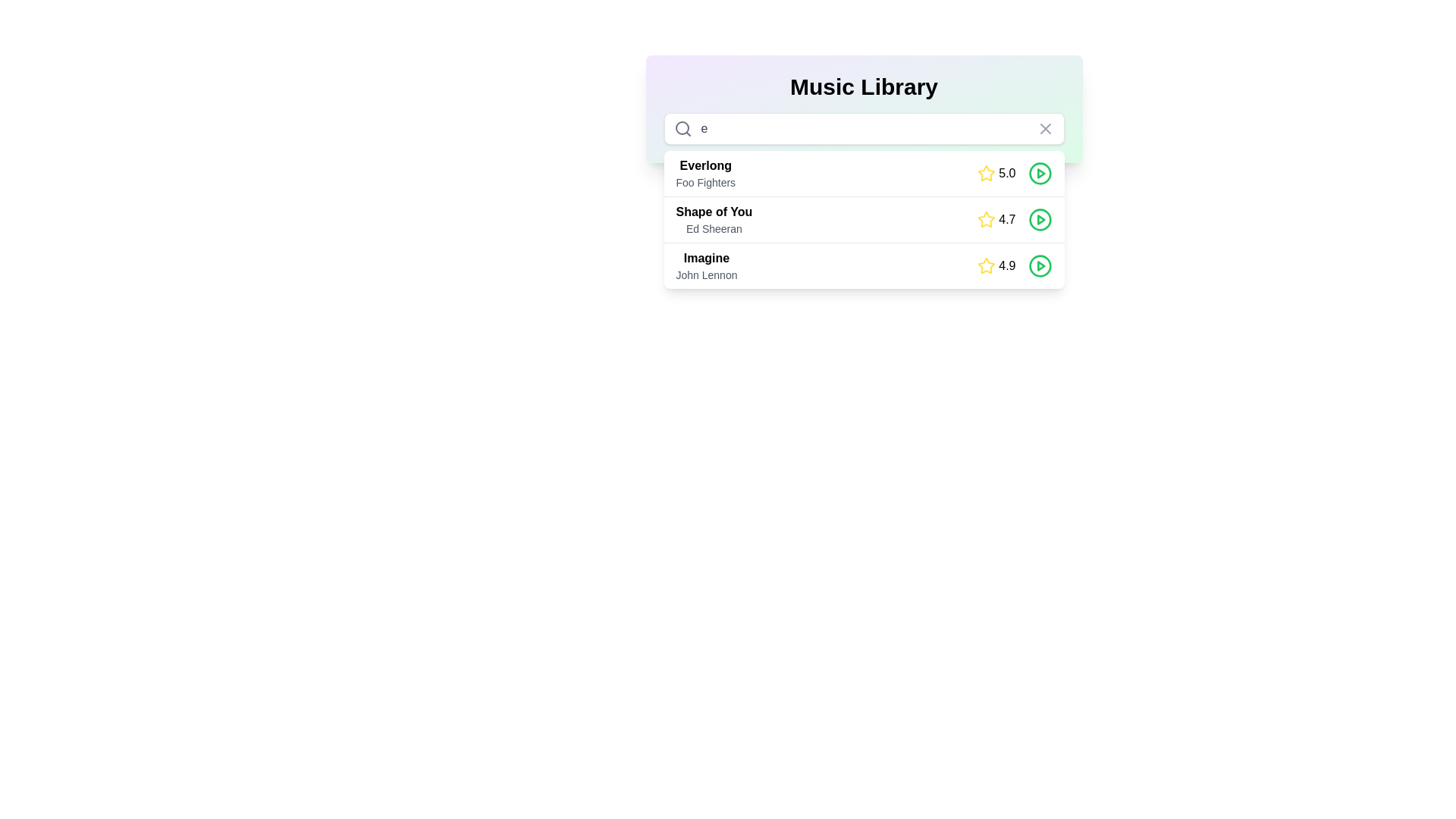  Describe the element at coordinates (713, 212) in the screenshot. I see `the bold text element that reads 'Shape of You' in the music list` at that location.